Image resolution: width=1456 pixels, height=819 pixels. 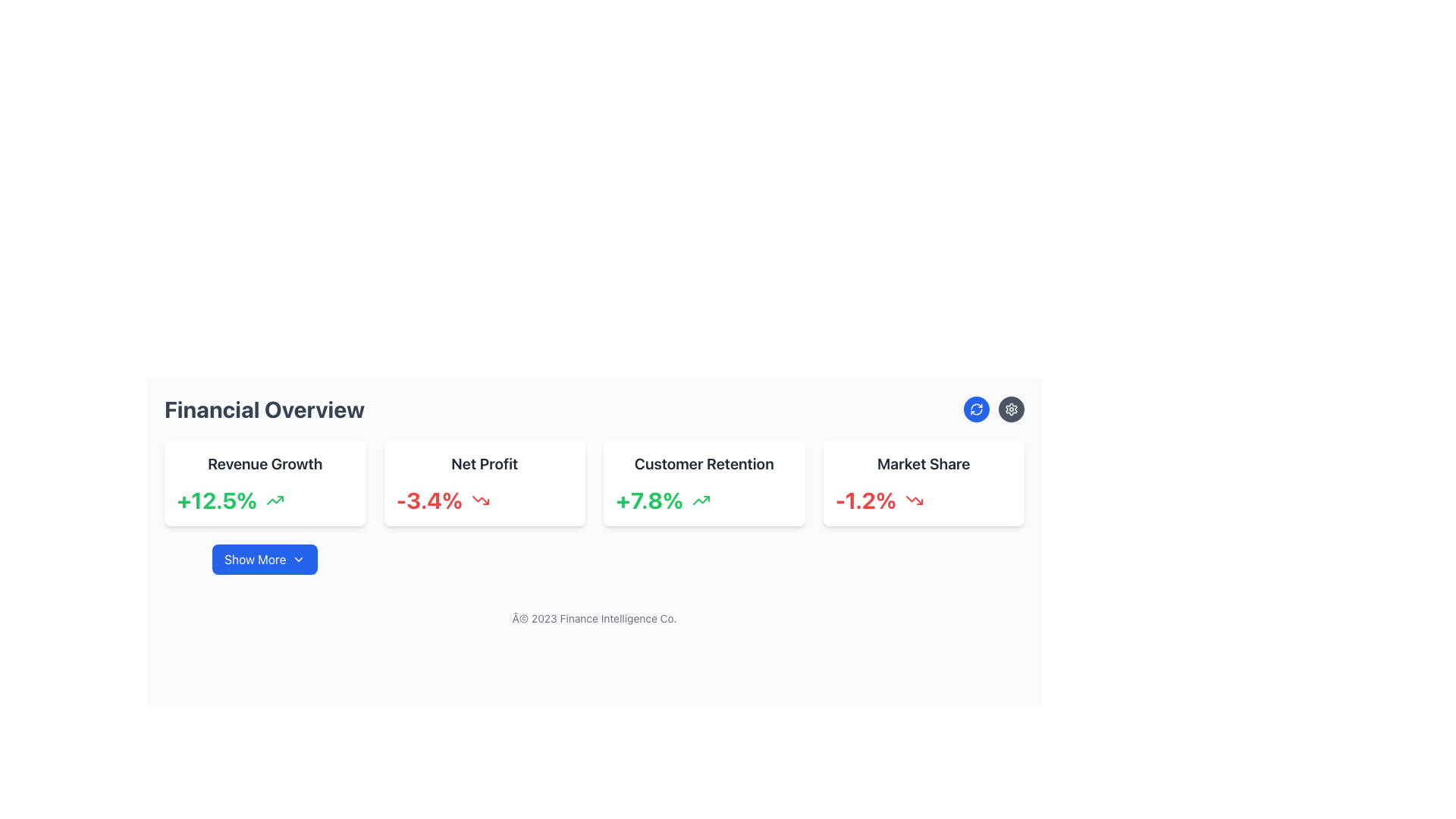 What do you see at coordinates (275, 500) in the screenshot?
I see `the green upward trending arrow icon within the SVG, located near the 'Revenue Growth' card` at bounding box center [275, 500].